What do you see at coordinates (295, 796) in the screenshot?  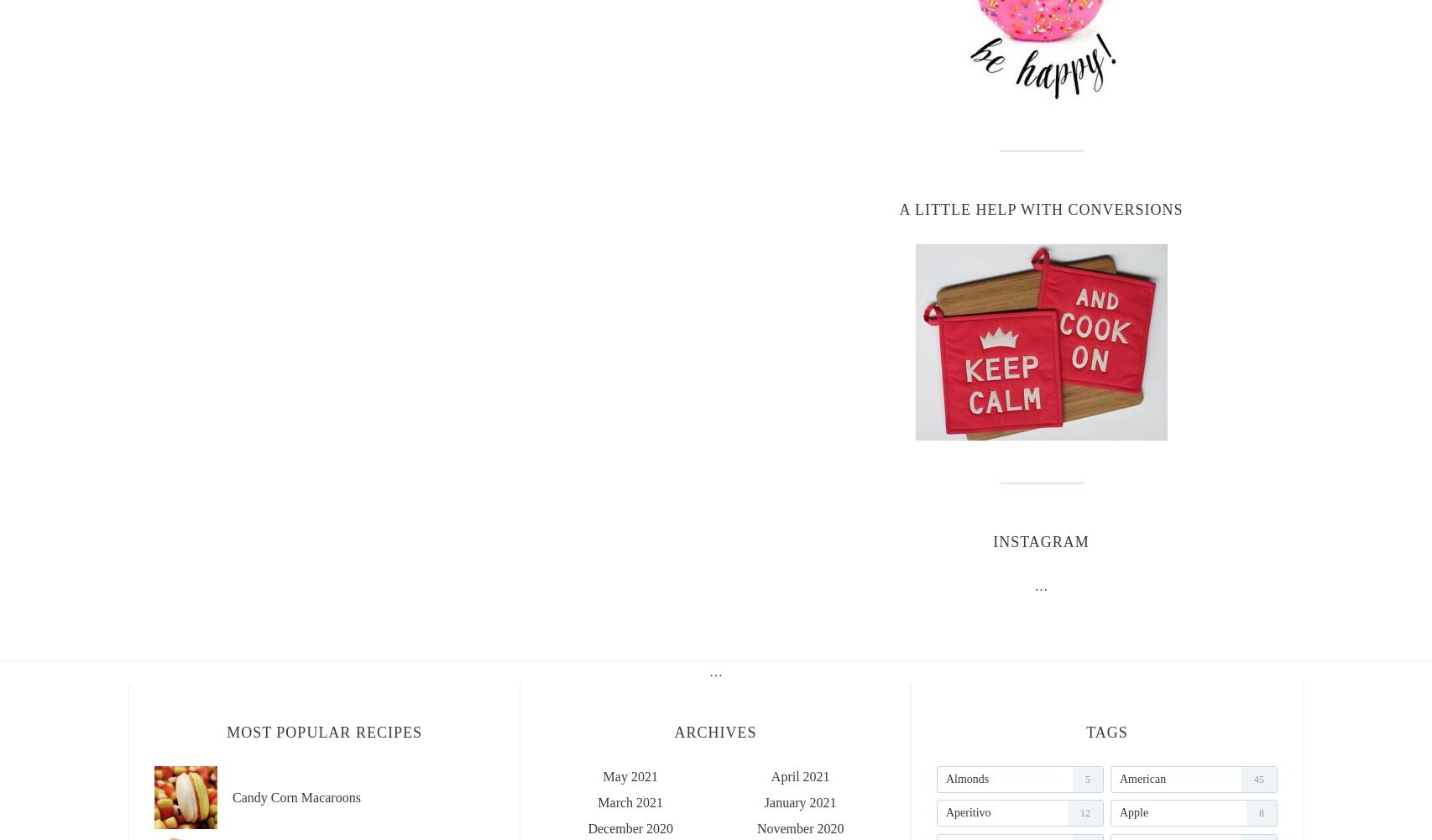 I see `'Candy Corn Macaroons'` at bounding box center [295, 796].